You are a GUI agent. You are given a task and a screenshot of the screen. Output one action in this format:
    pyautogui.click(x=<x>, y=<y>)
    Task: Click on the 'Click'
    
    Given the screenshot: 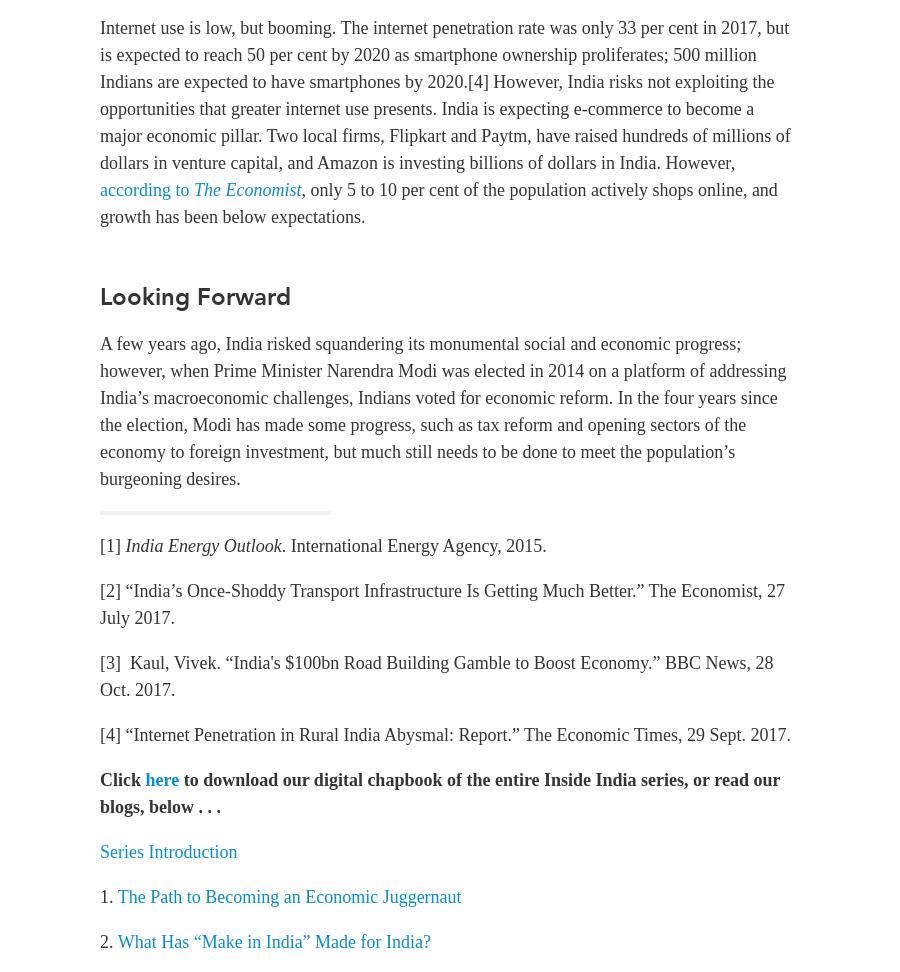 What is the action you would take?
    pyautogui.click(x=98, y=780)
    